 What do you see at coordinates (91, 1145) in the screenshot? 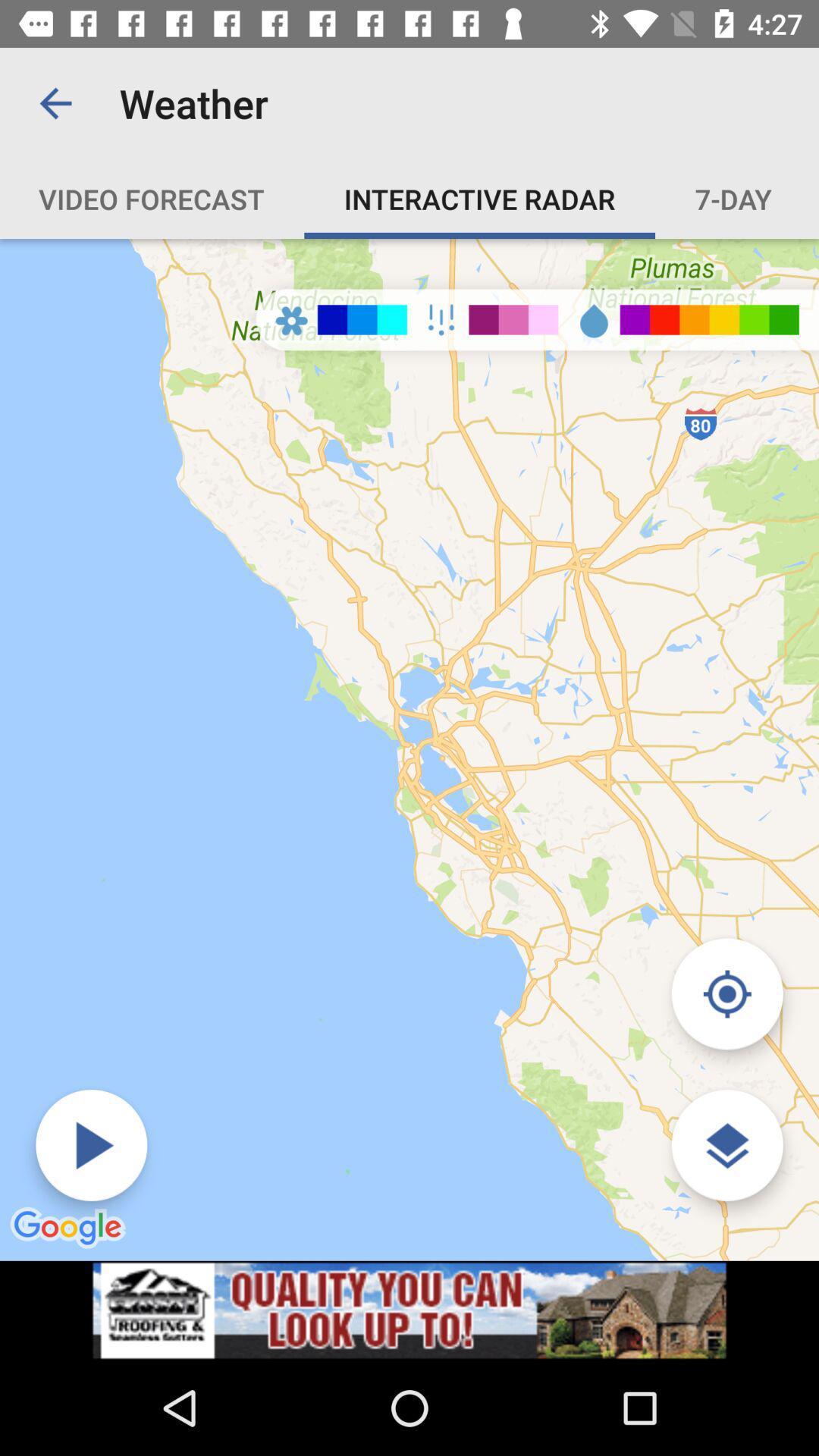
I see `the play icon` at bounding box center [91, 1145].